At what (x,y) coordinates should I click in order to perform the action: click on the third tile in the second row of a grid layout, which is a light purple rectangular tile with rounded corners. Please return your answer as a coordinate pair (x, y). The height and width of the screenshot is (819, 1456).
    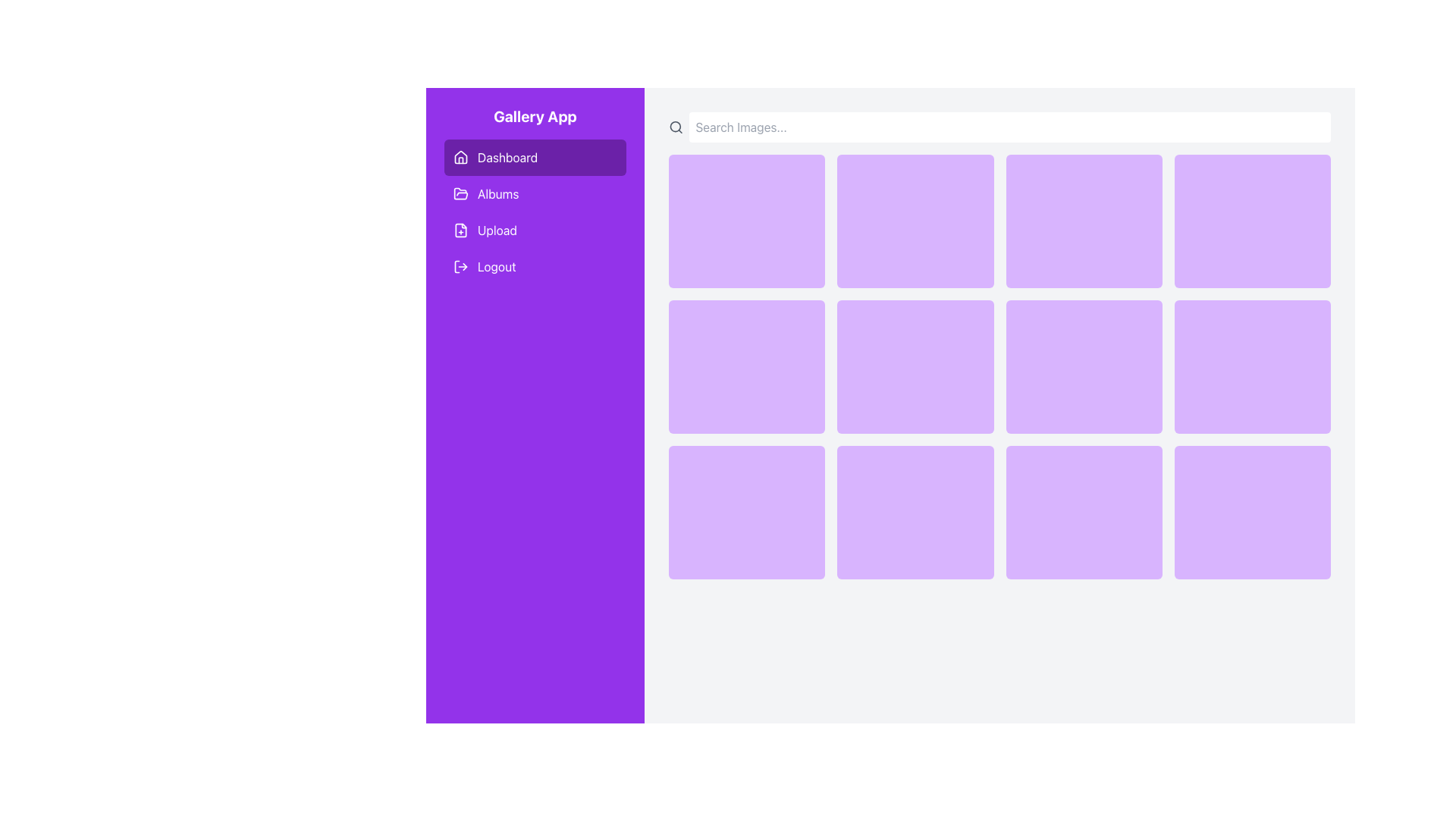
    Looking at the image, I should click on (1083, 366).